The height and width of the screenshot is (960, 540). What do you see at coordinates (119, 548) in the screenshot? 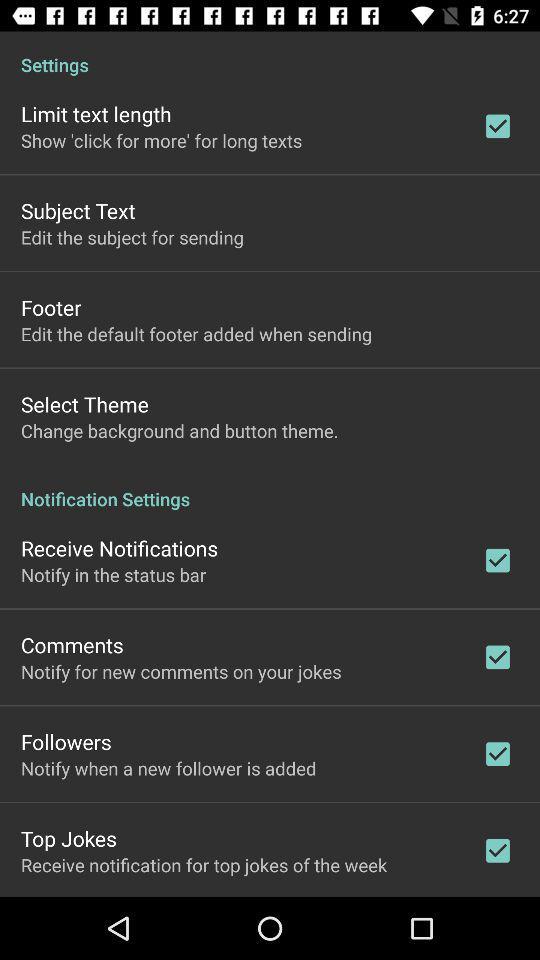
I see `receive notifications` at bounding box center [119, 548].